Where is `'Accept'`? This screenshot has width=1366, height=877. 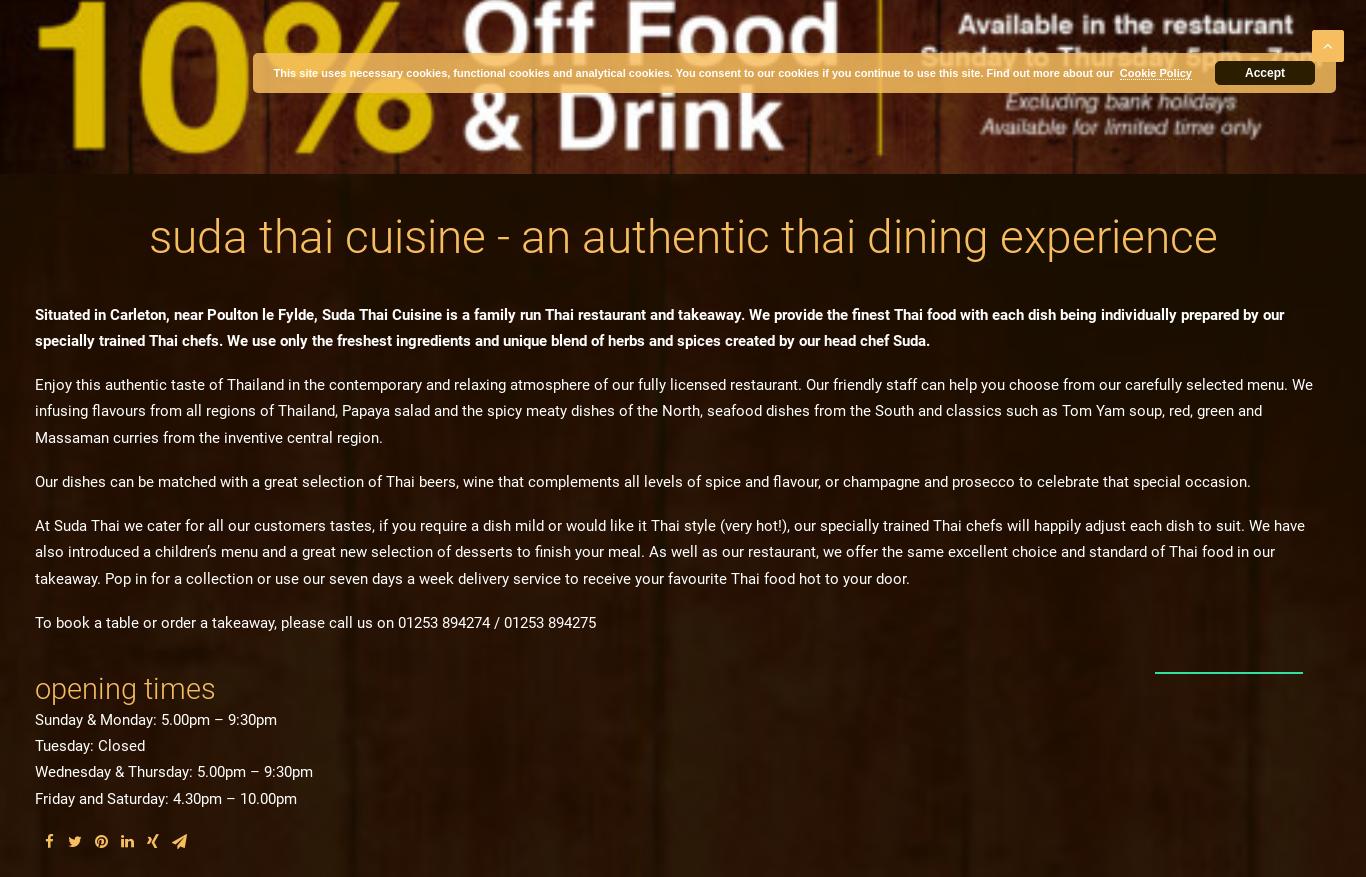
'Accept' is located at coordinates (1244, 72).